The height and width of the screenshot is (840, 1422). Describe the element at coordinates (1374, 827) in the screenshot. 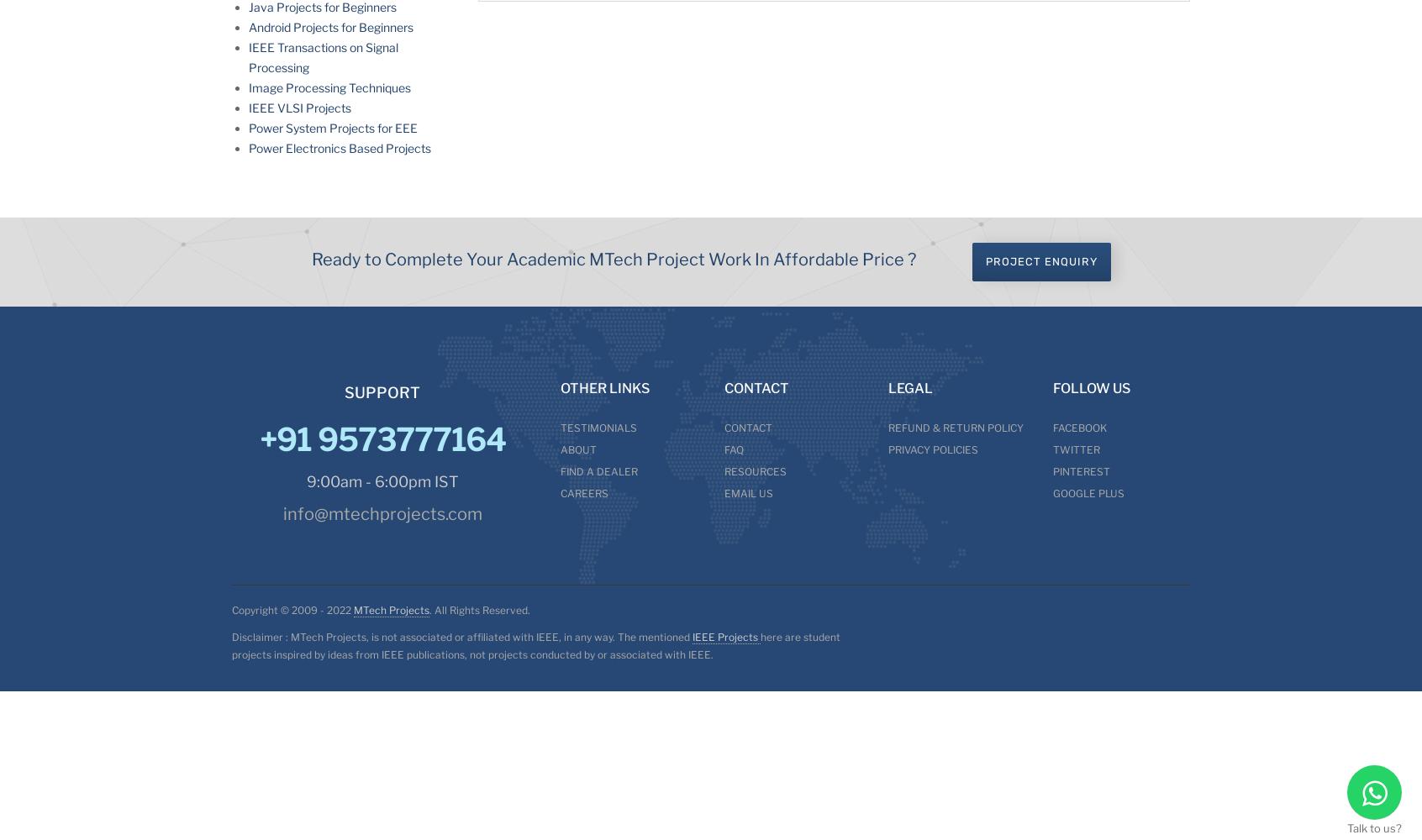

I see `'Talk to us?'` at that location.